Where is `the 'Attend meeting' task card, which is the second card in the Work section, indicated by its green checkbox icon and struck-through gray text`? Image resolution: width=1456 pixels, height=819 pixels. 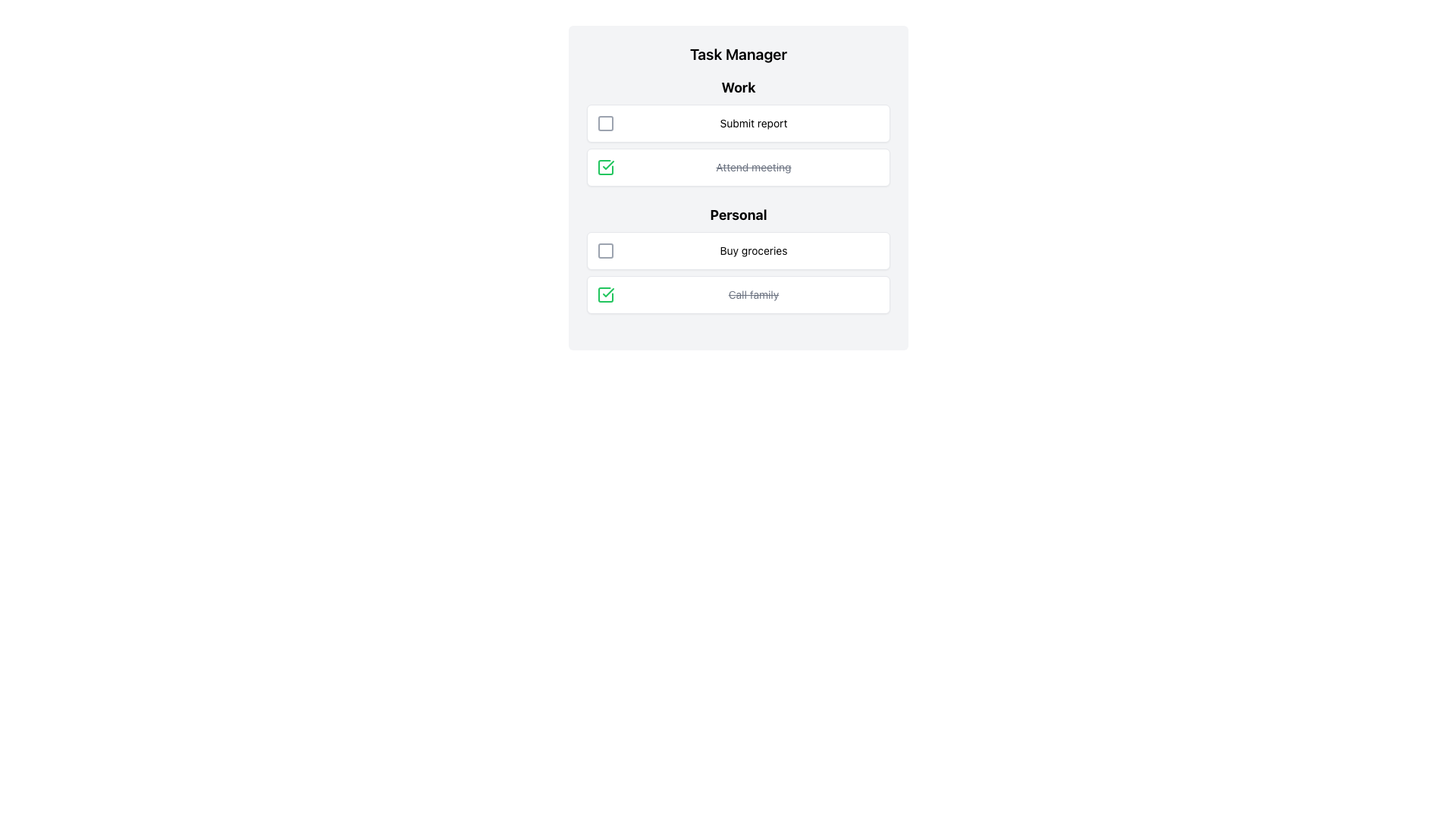
the 'Attend meeting' task card, which is the second card in the Work section, indicated by its green checkbox icon and struck-through gray text is located at coordinates (739, 167).